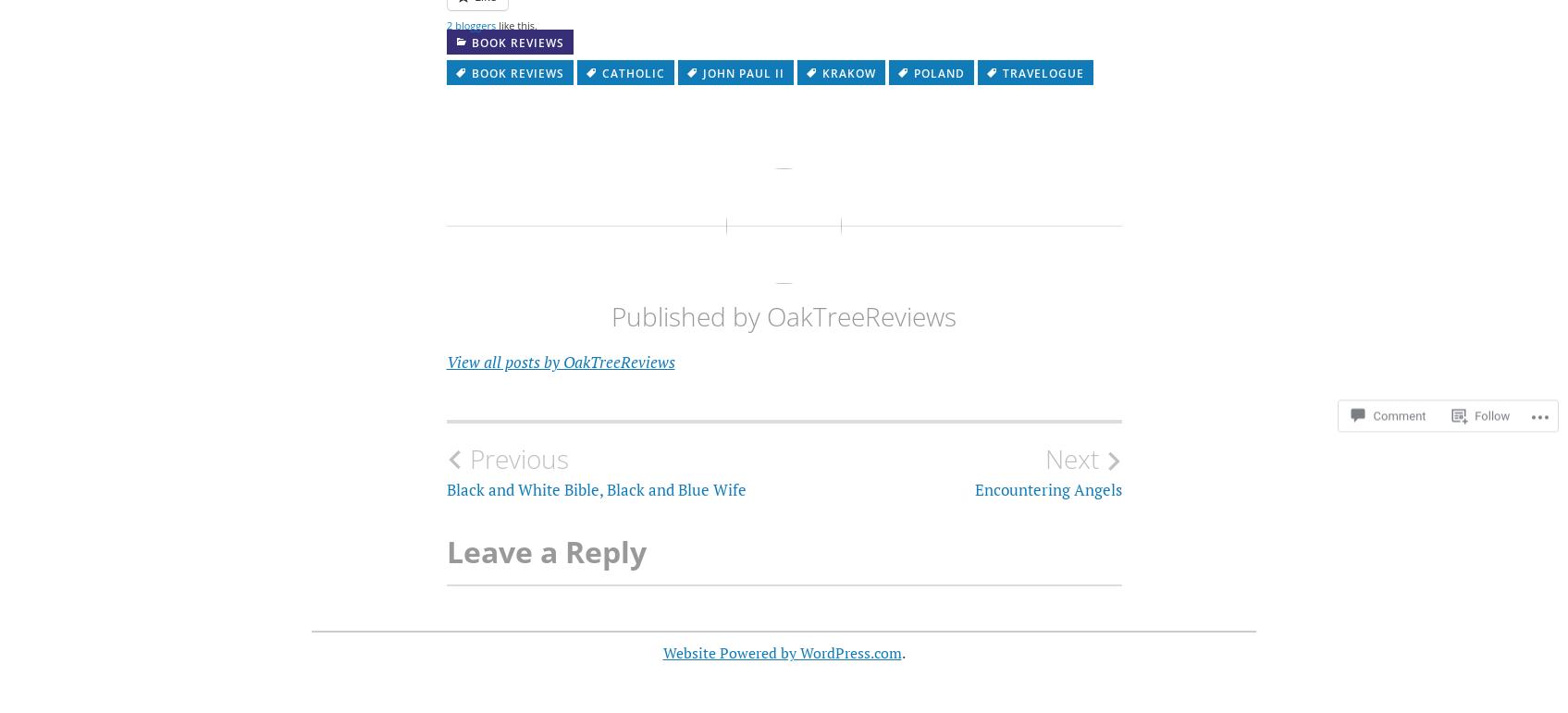  What do you see at coordinates (1042, 73) in the screenshot?
I see `'travelogue'` at bounding box center [1042, 73].